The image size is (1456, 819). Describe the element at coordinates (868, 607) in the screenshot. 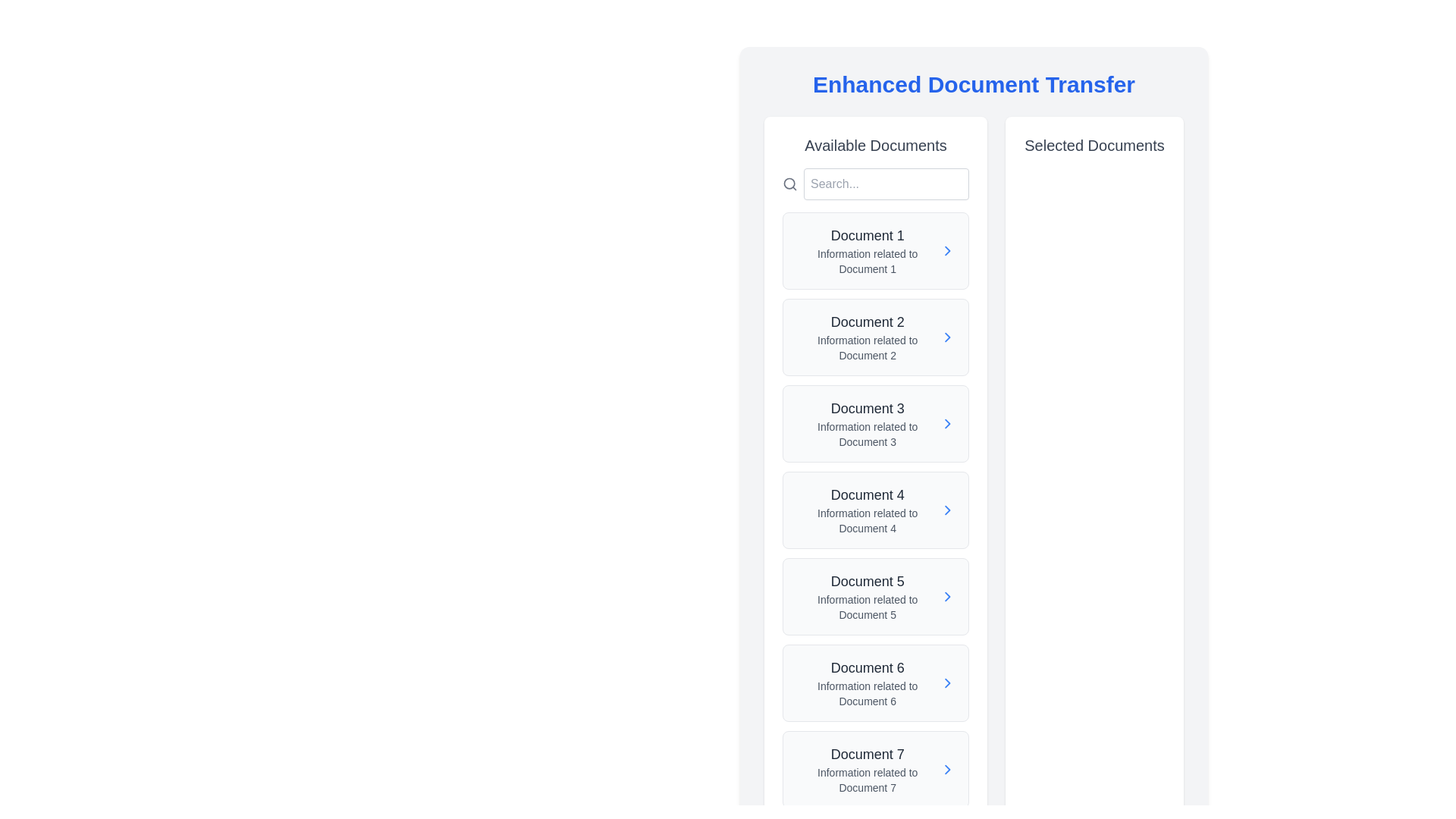

I see `the static text label providing additional information about 'Document 5' located under the 'Available Documents' list` at that location.